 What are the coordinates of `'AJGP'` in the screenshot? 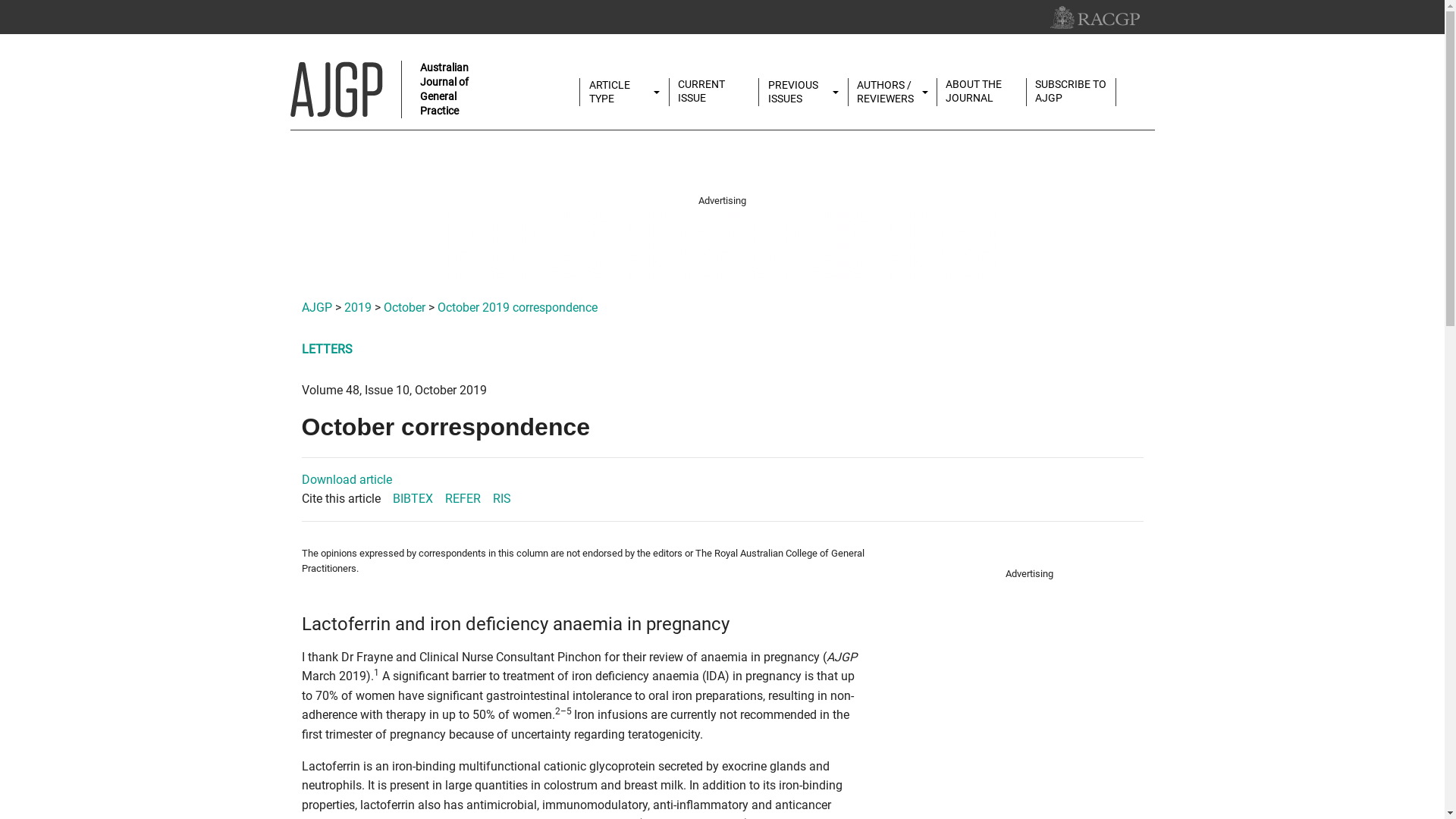 It's located at (315, 307).